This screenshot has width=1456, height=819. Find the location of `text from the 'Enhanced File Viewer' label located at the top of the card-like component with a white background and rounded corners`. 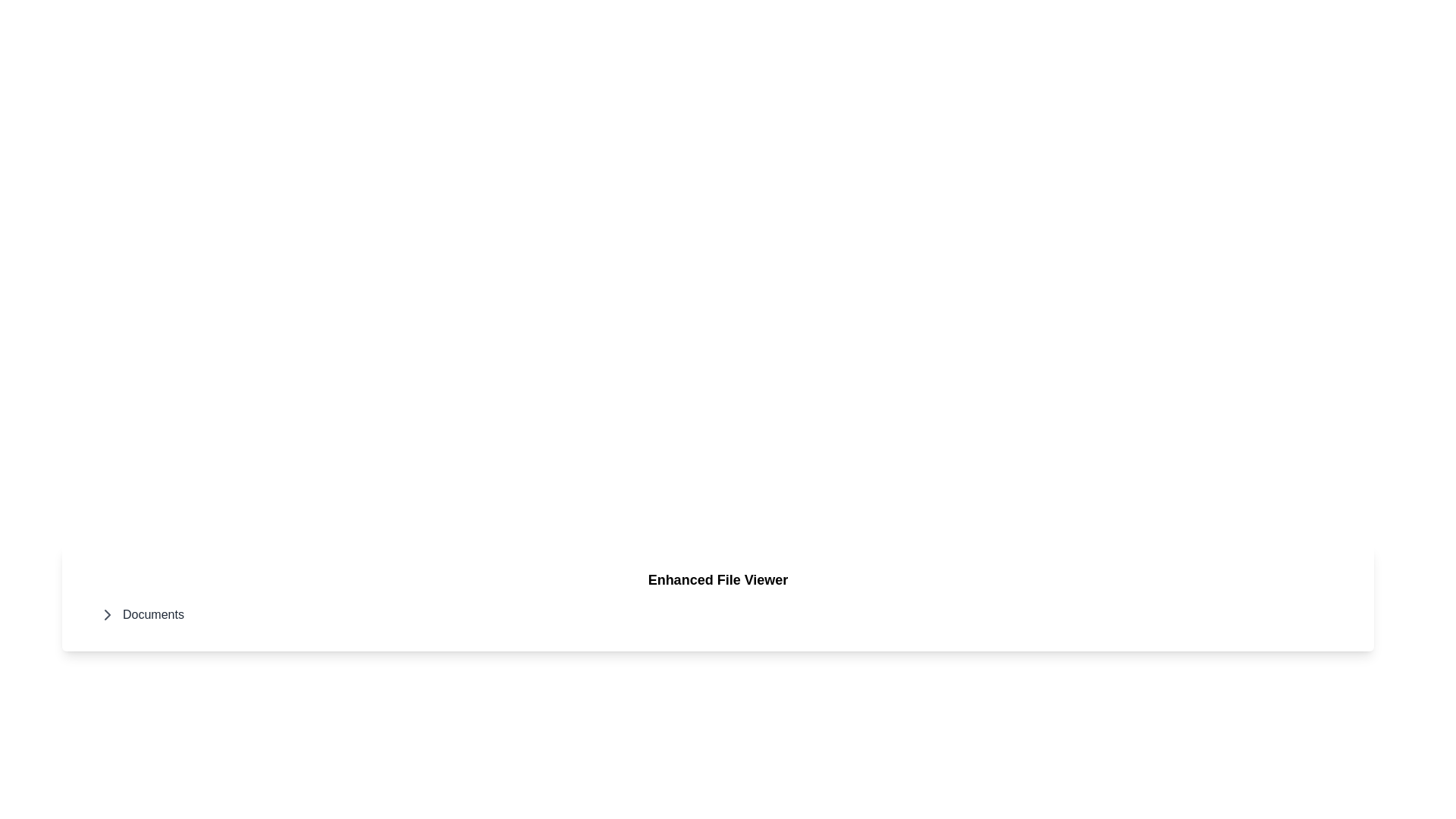

text from the 'Enhanced File Viewer' label located at the top of the card-like component with a white background and rounded corners is located at coordinates (717, 579).